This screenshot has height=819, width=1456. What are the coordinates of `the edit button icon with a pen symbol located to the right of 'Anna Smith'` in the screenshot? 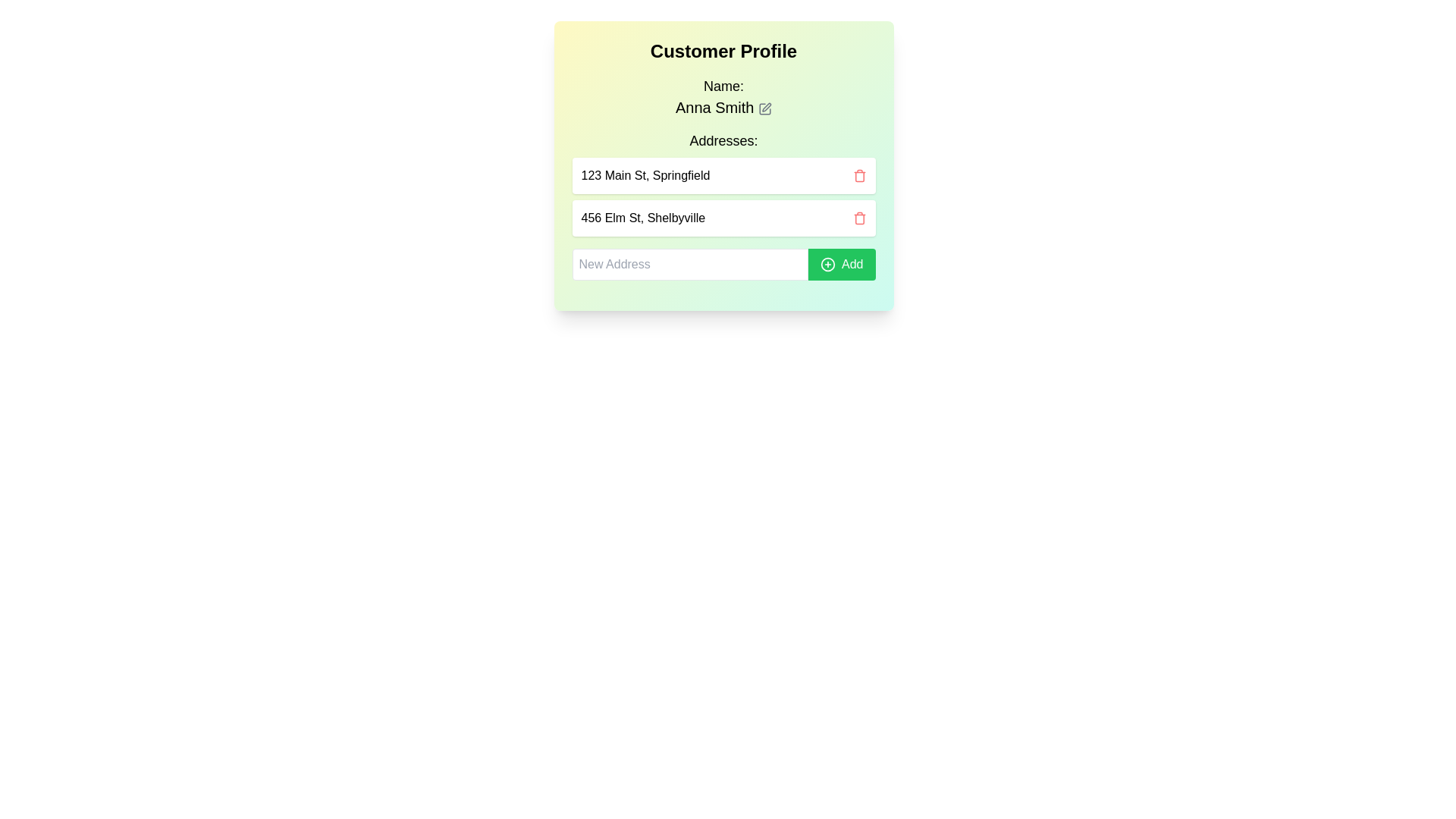 It's located at (764, 108).